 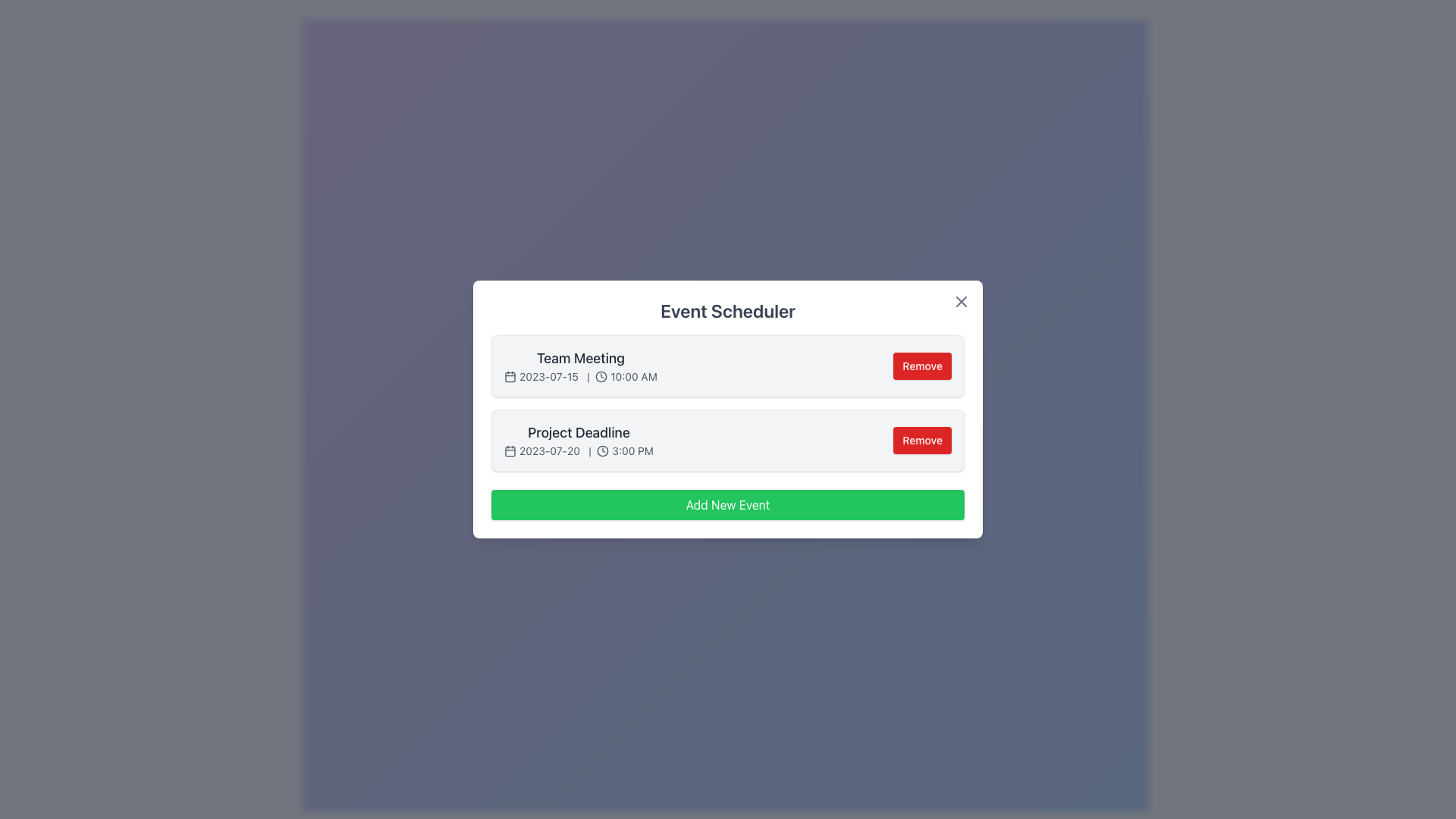 What do you see at coordinates (921, 441) in the screenshot?
I see `the red rectangular 'Remove' button with rounded corners to observe the hover effect` at bounding box center [921, 441].